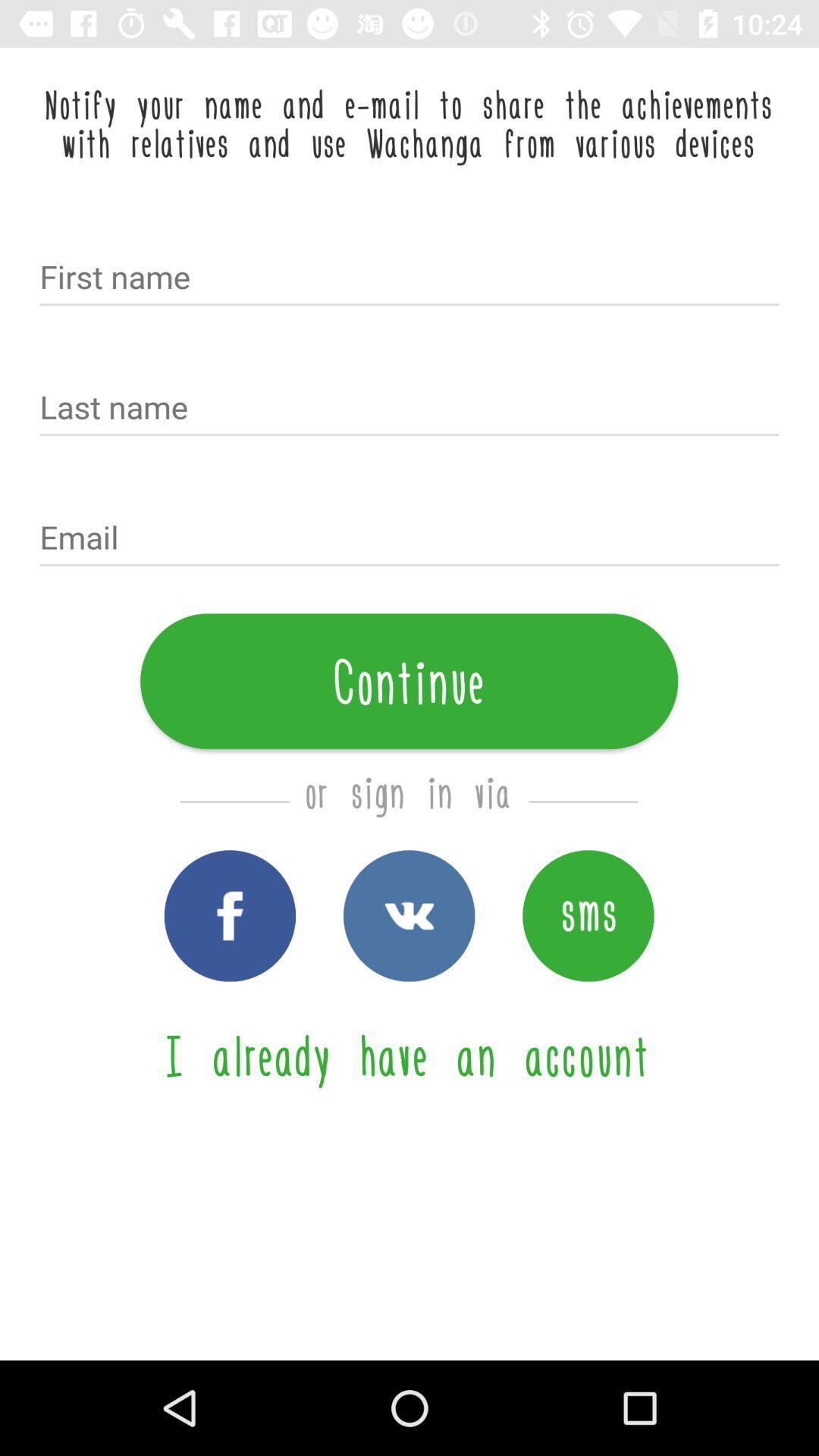 The height and width of the screenshot is (1456, 819). Describe the element at coordinates (409, 539) in the screenshot. I see `email address` at that location.